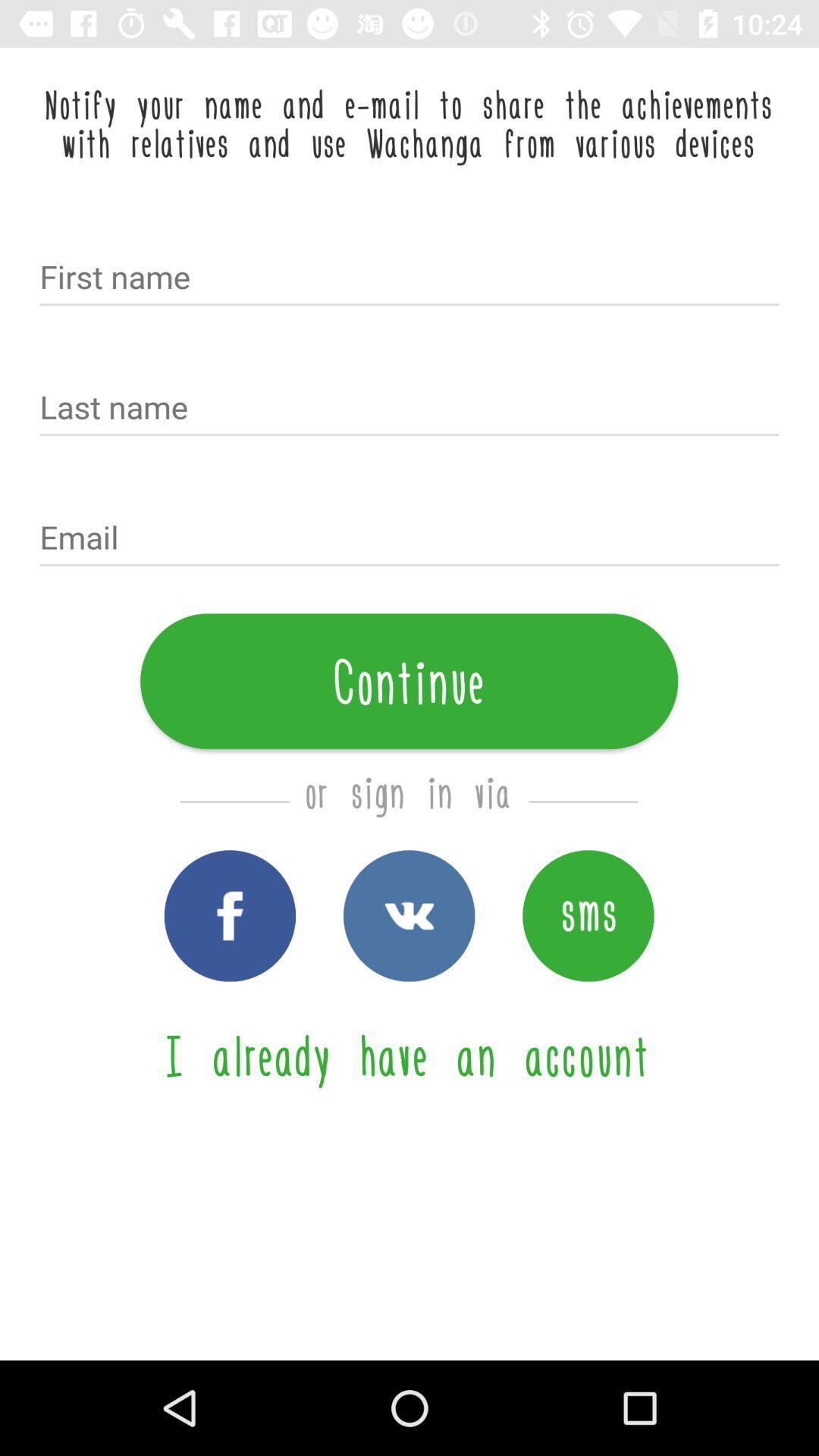 The height and width of the screenshot is (1456, 819). Describe the element at coordinates (409, 539) in the screenshot. I see `email address` at that location.